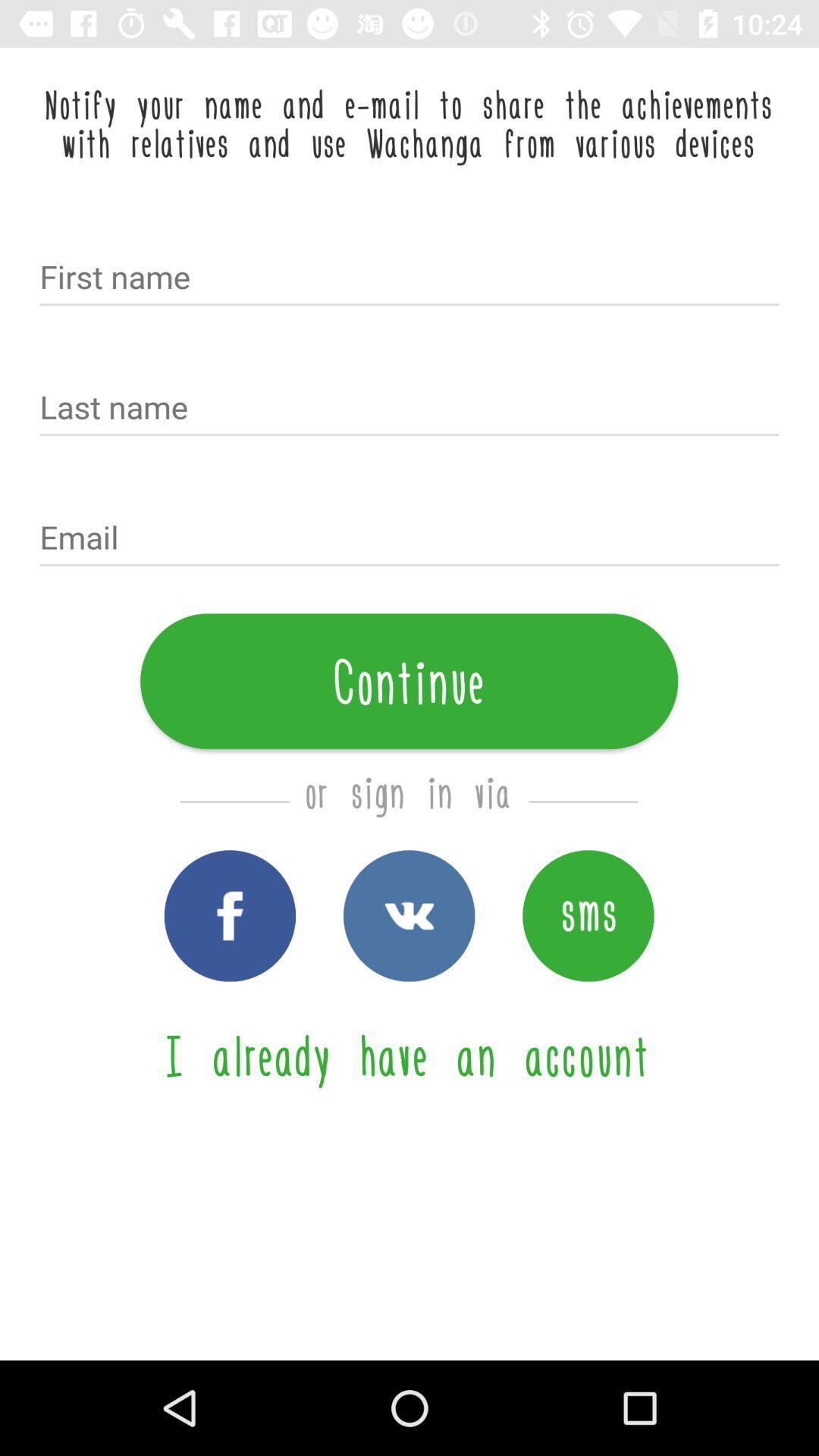 The height and width of the screenshot is (1456, 819). Describe the element at coordinates (409, 539) in the screenshot. I see `email address` at that location.